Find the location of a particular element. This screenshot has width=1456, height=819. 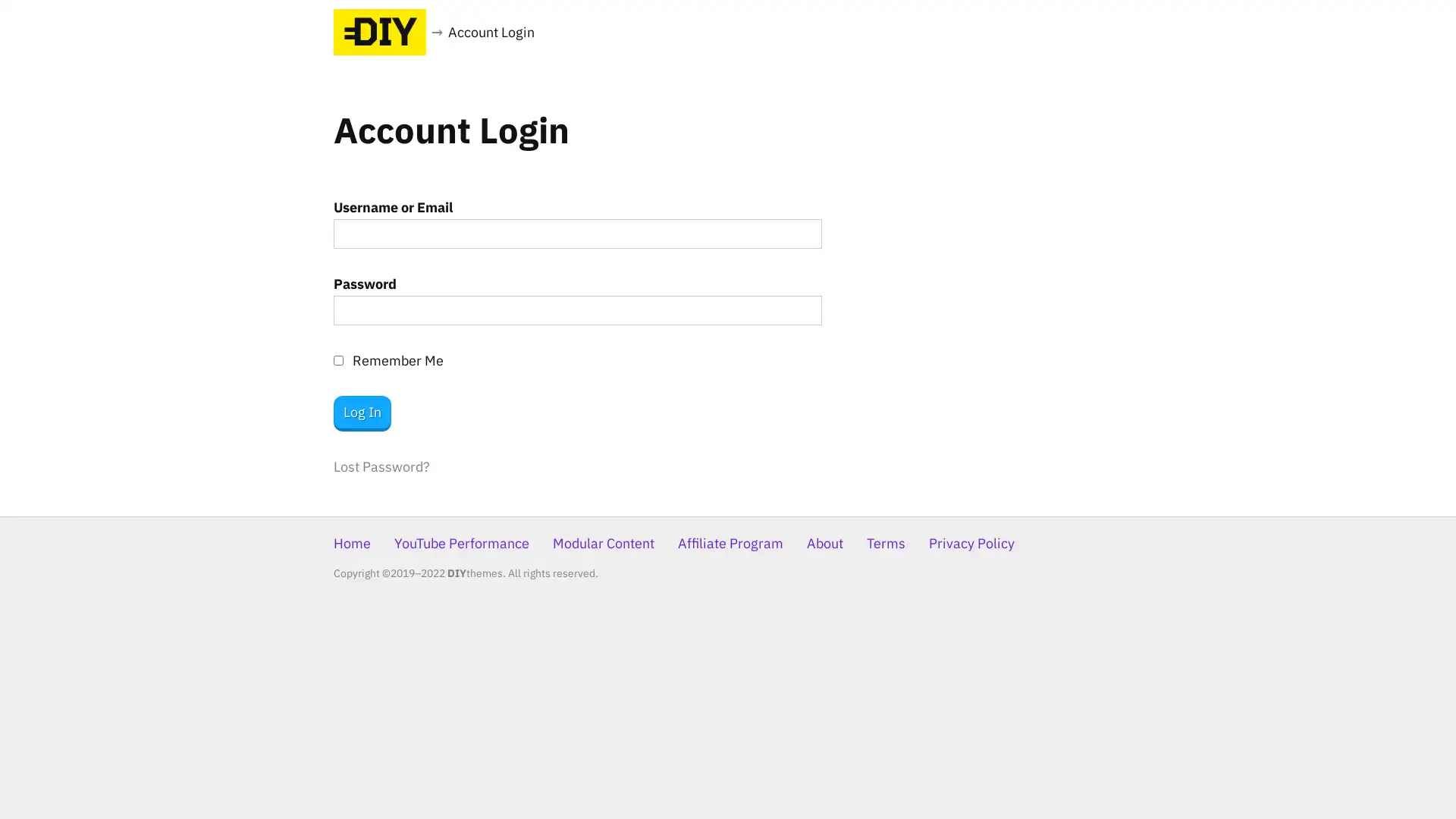

Log In is located at coordinates (362, 413).